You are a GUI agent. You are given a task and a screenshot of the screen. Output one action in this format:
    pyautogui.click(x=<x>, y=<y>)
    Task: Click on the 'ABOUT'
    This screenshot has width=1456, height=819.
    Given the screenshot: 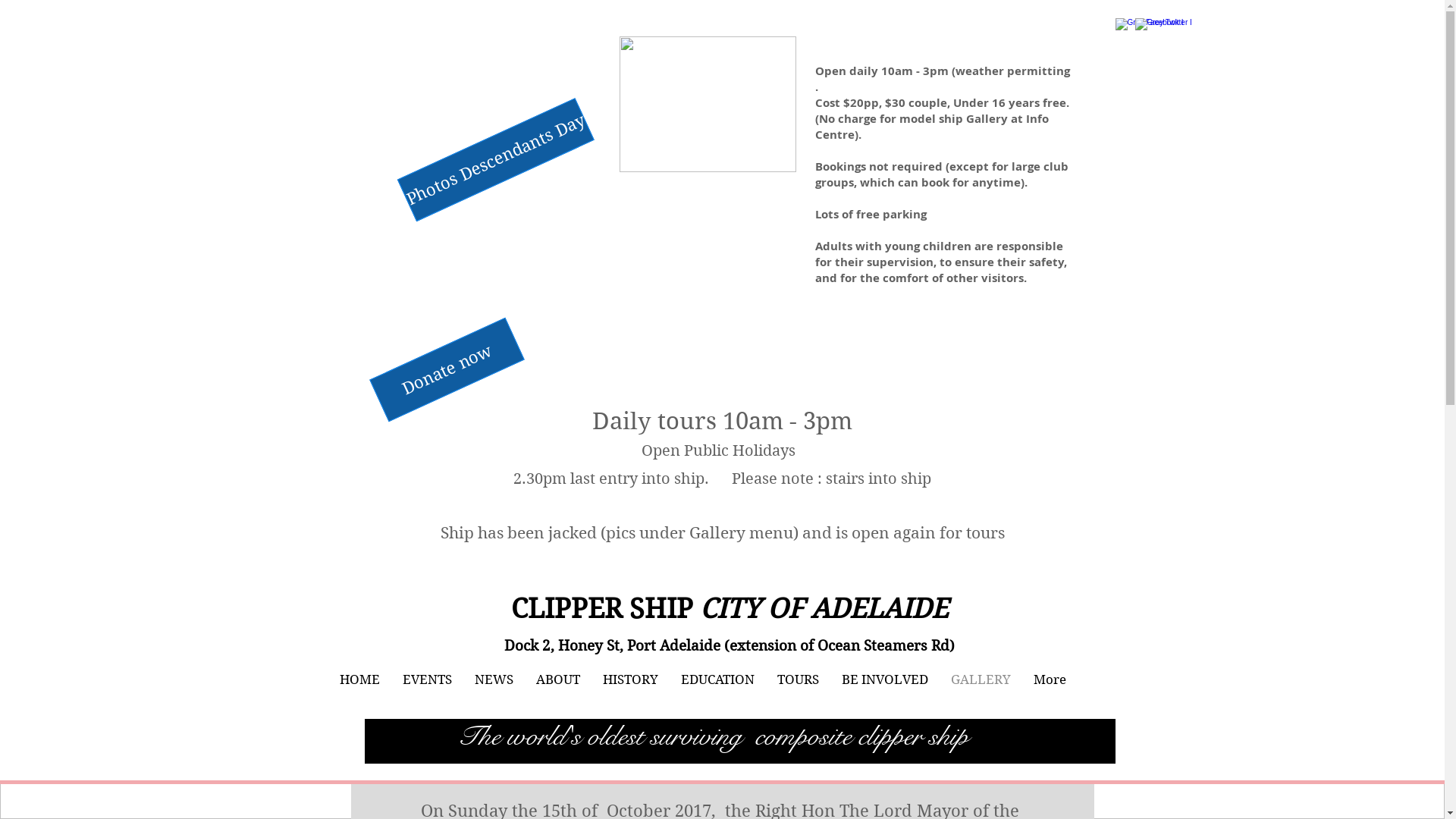 What is the action you would take?
    pyautogui.click(x=524, y=679)
    